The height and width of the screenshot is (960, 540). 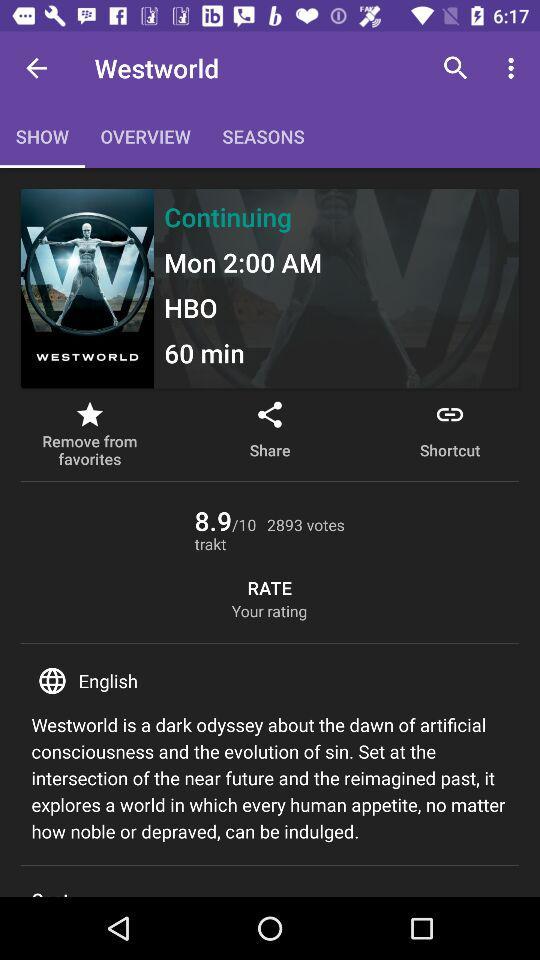 What do you see at coordinates (270, 434) in the screenshot?
I see `the item to the right of the remove from favorites item` at bounding box center [270, 434].